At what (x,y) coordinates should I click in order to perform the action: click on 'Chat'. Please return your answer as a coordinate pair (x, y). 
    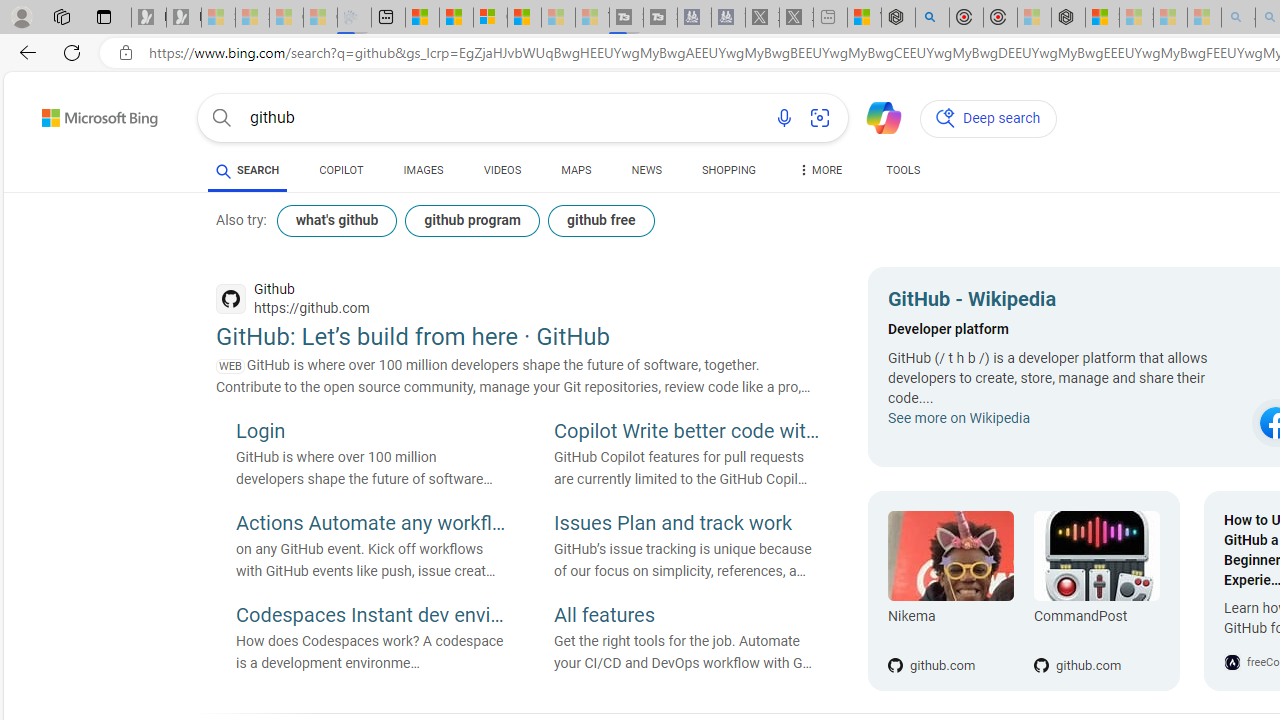
    Looking at the image, I should click on (875, 116).